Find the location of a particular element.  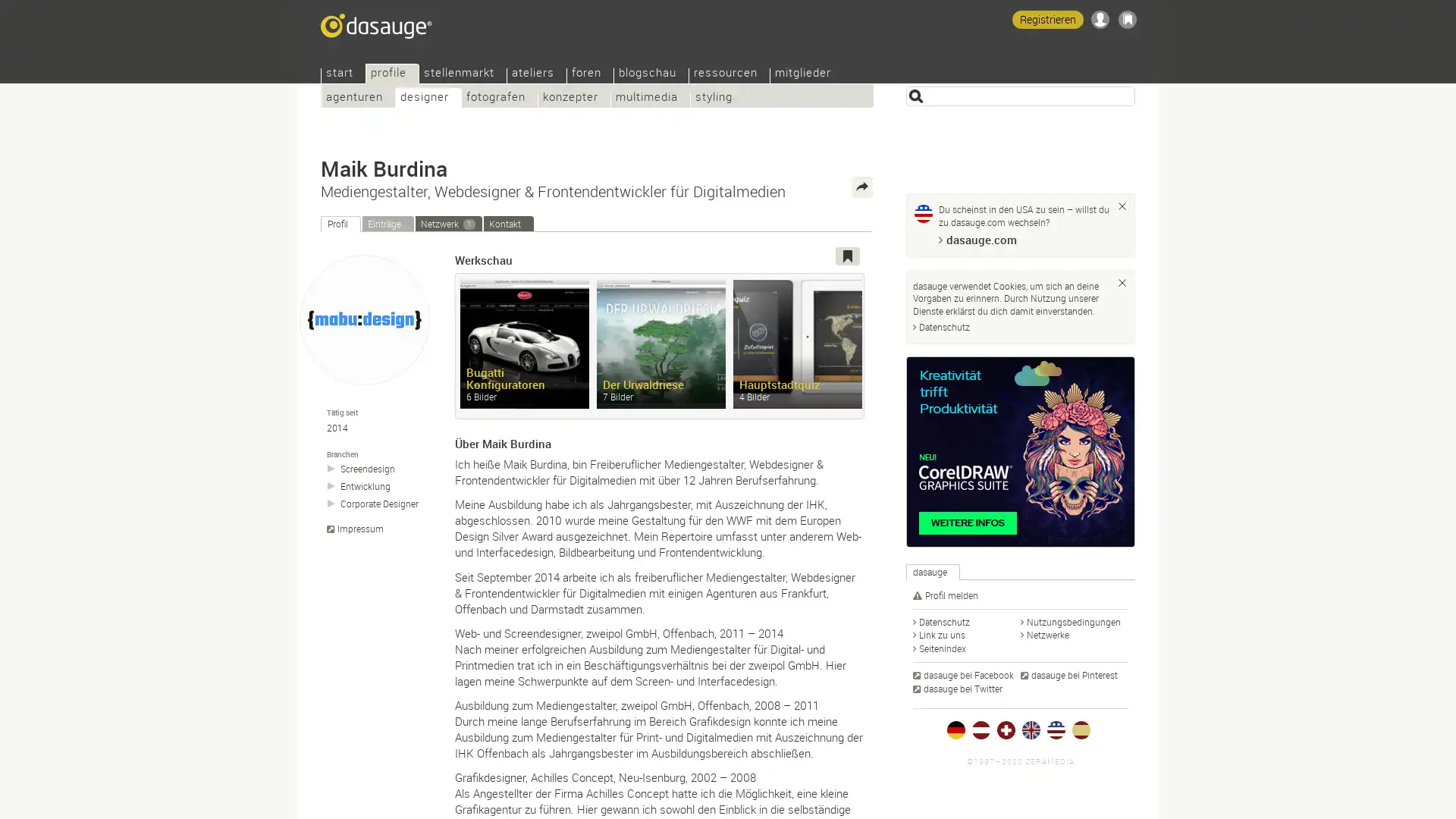

Auf den Merkzettel is located at coordinates (847, 256).